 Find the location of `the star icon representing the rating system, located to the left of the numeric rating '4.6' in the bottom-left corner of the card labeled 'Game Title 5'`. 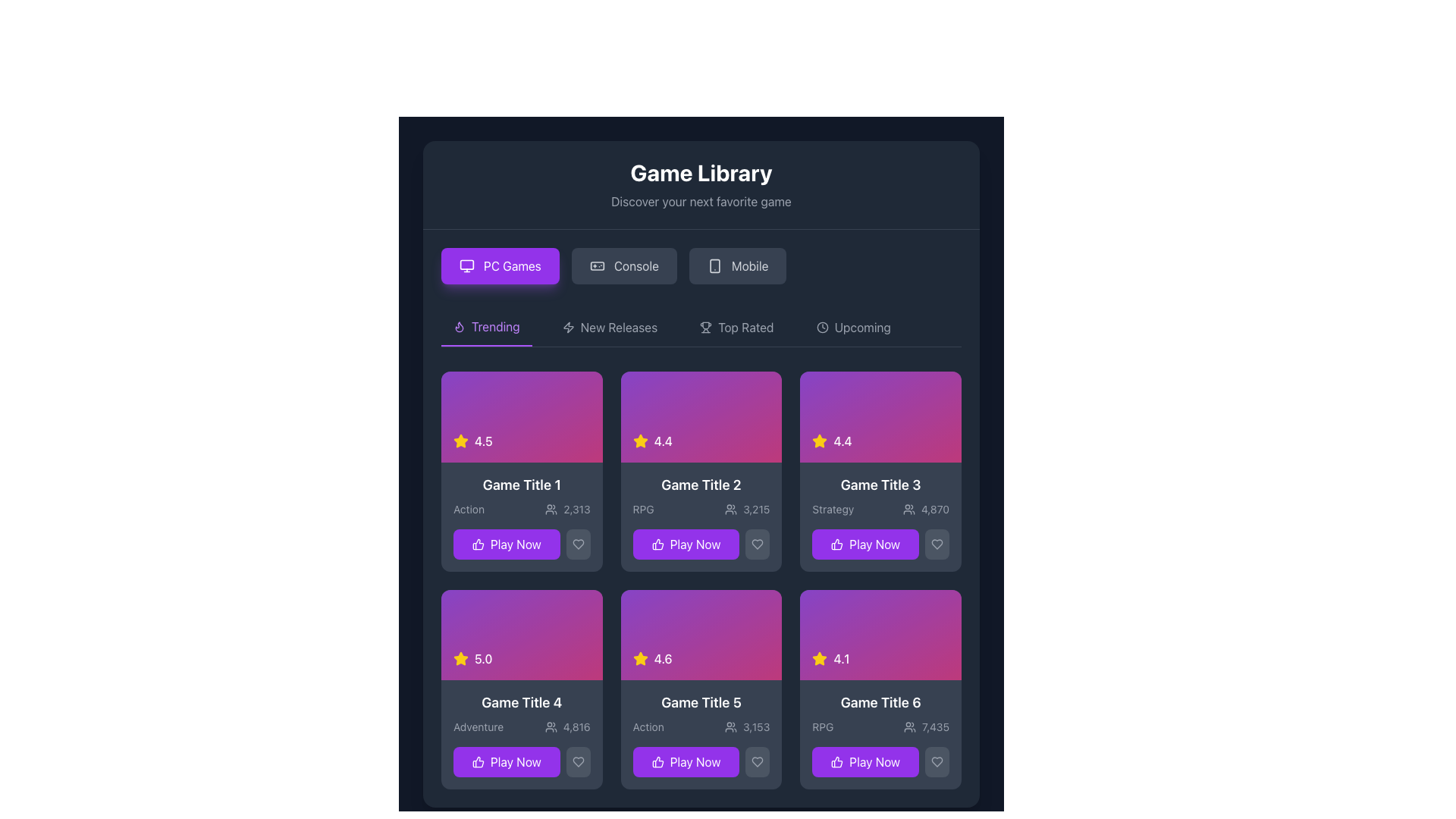

the star icon representing the rating system, located to the left of the numeric rating '4.6' in the bottom-left corner of the card labeled 'Game Title 5' is located at coordinates (640, 658).